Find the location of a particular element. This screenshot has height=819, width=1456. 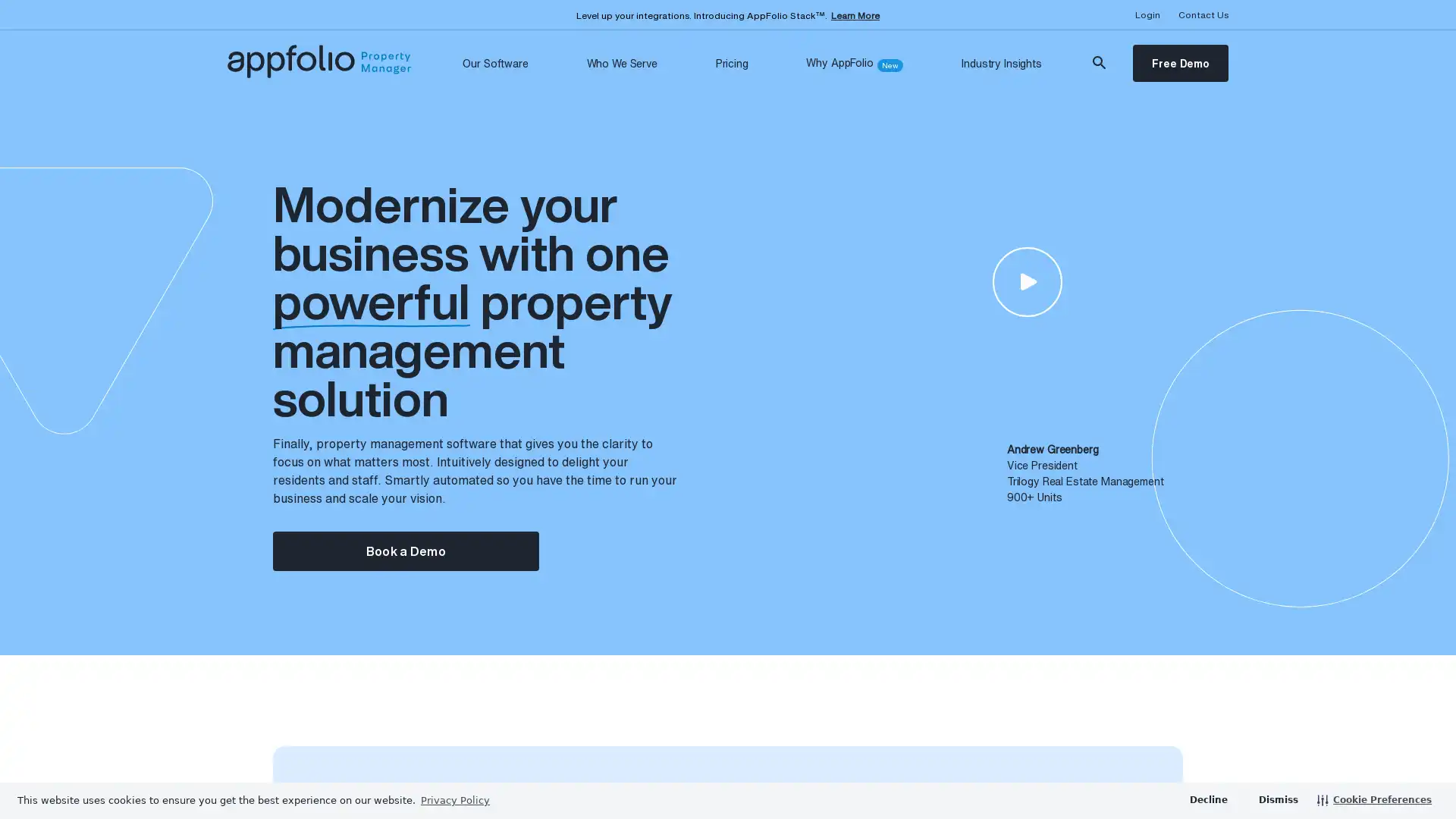

learn more about cookies is located at coordinates (454, 799).